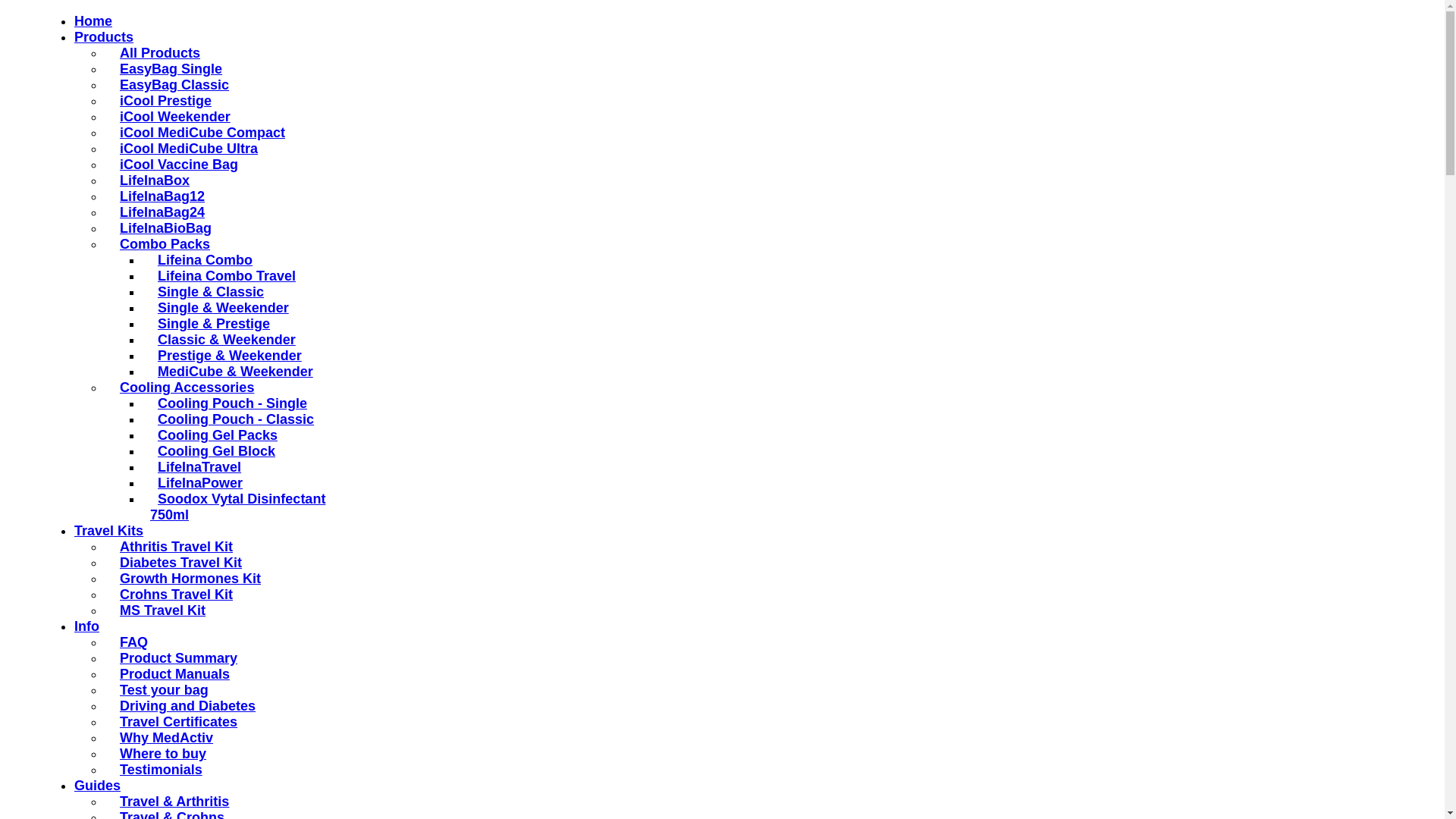  Describe the element at coordinates (221, 338) in the screenshot. I see `'Classic & Weekender'` at that location.